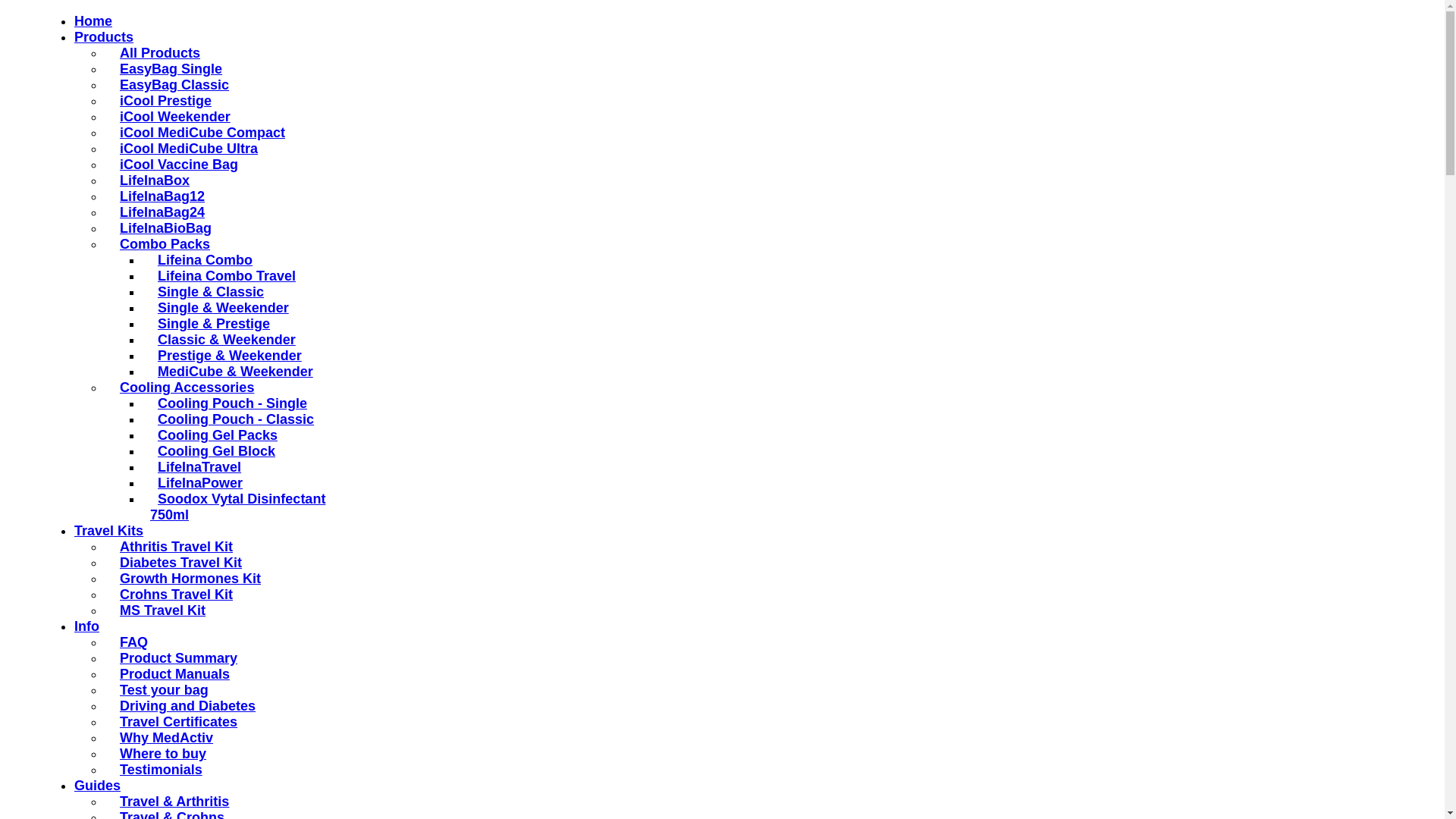  Describe the element at coordinates (221, 338) in the screenshot. I see `'Classic & Weekender'` at that location.